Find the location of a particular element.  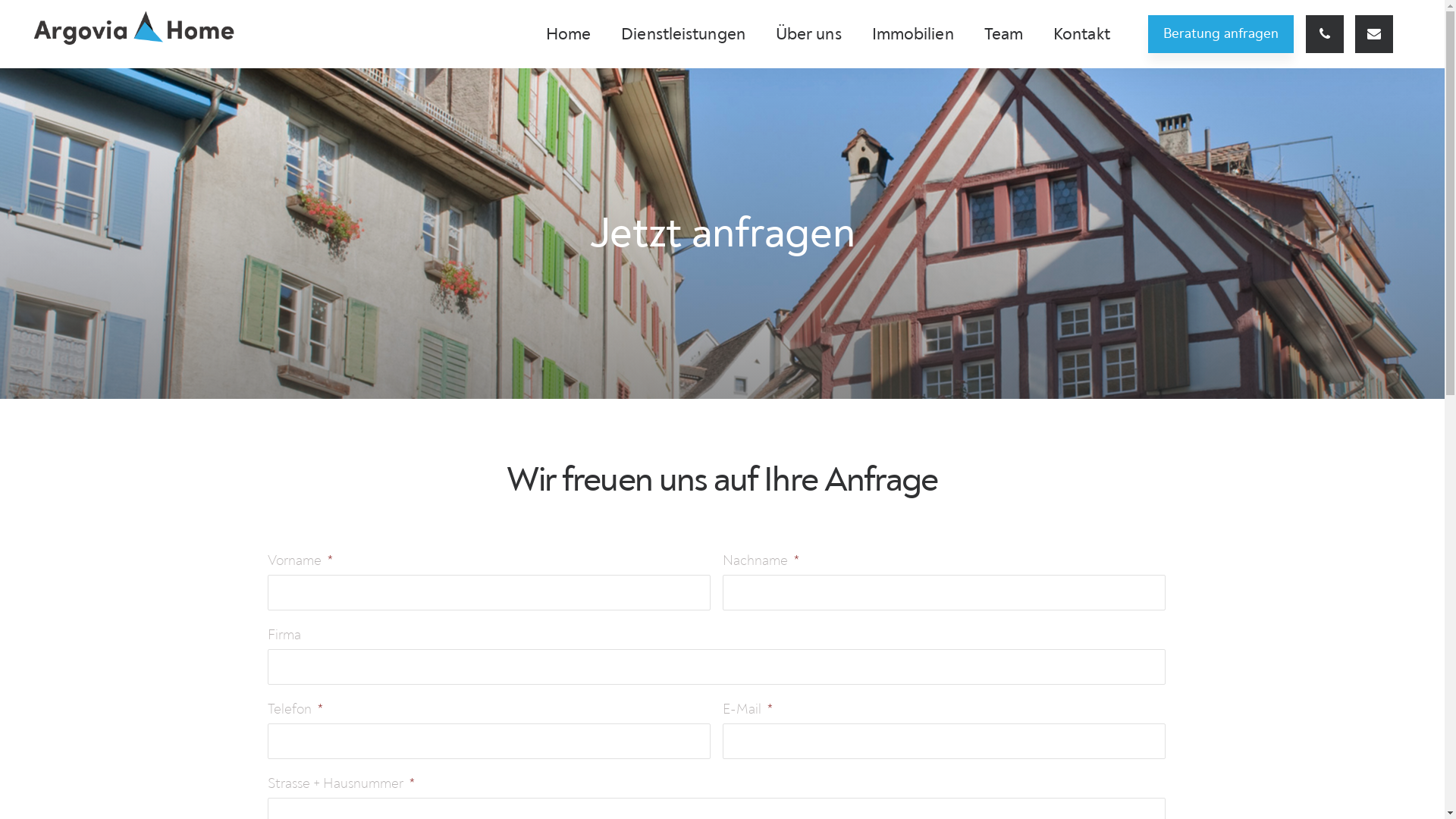

'Kontakt' is located at coordinates (1081, 34).